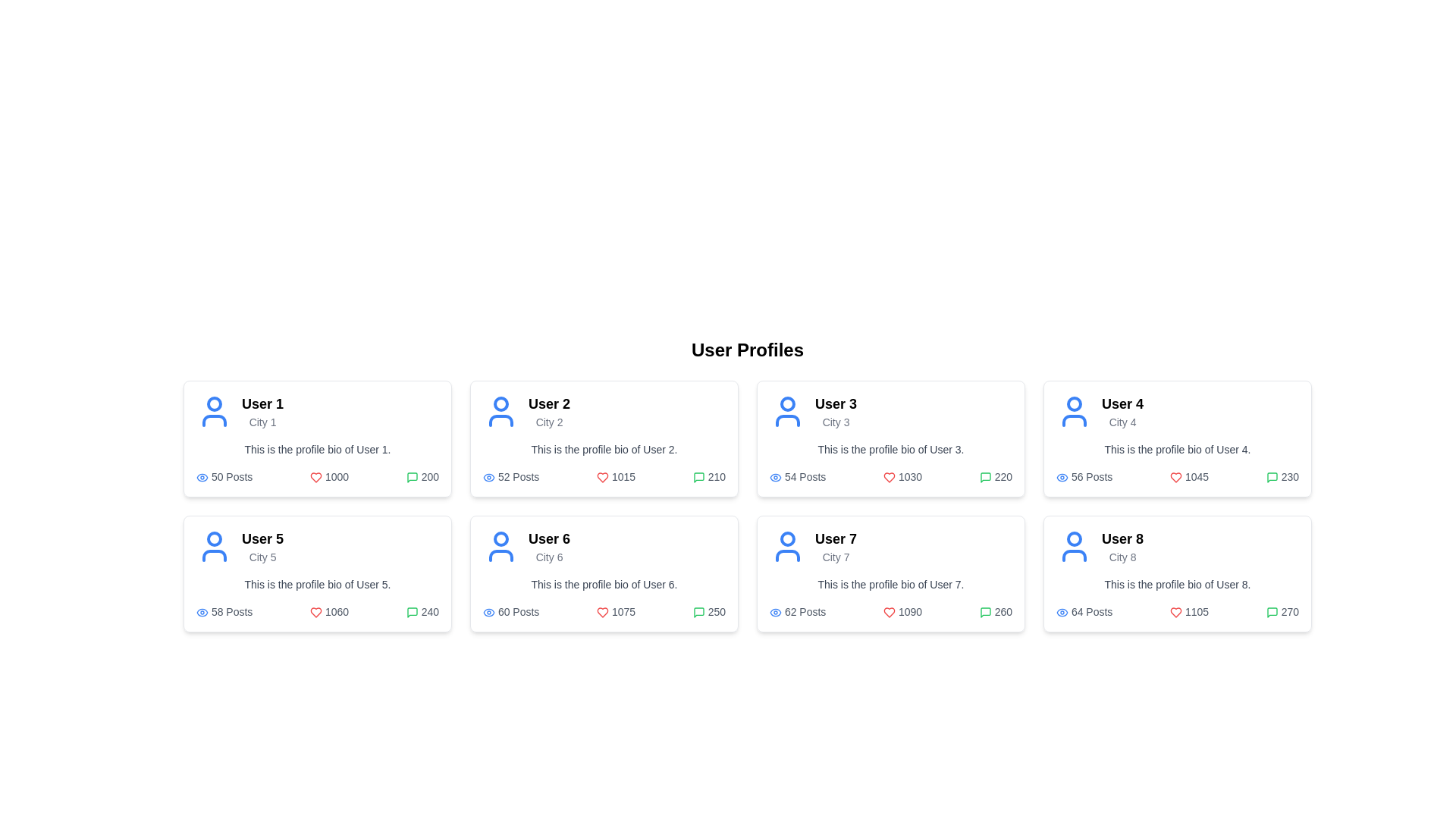  I want to click on the avatar icon representing 'User 5', which is styled in light blue and positioned at the top-left corner of the second row's first card in the user card grid, so click(214, 547).